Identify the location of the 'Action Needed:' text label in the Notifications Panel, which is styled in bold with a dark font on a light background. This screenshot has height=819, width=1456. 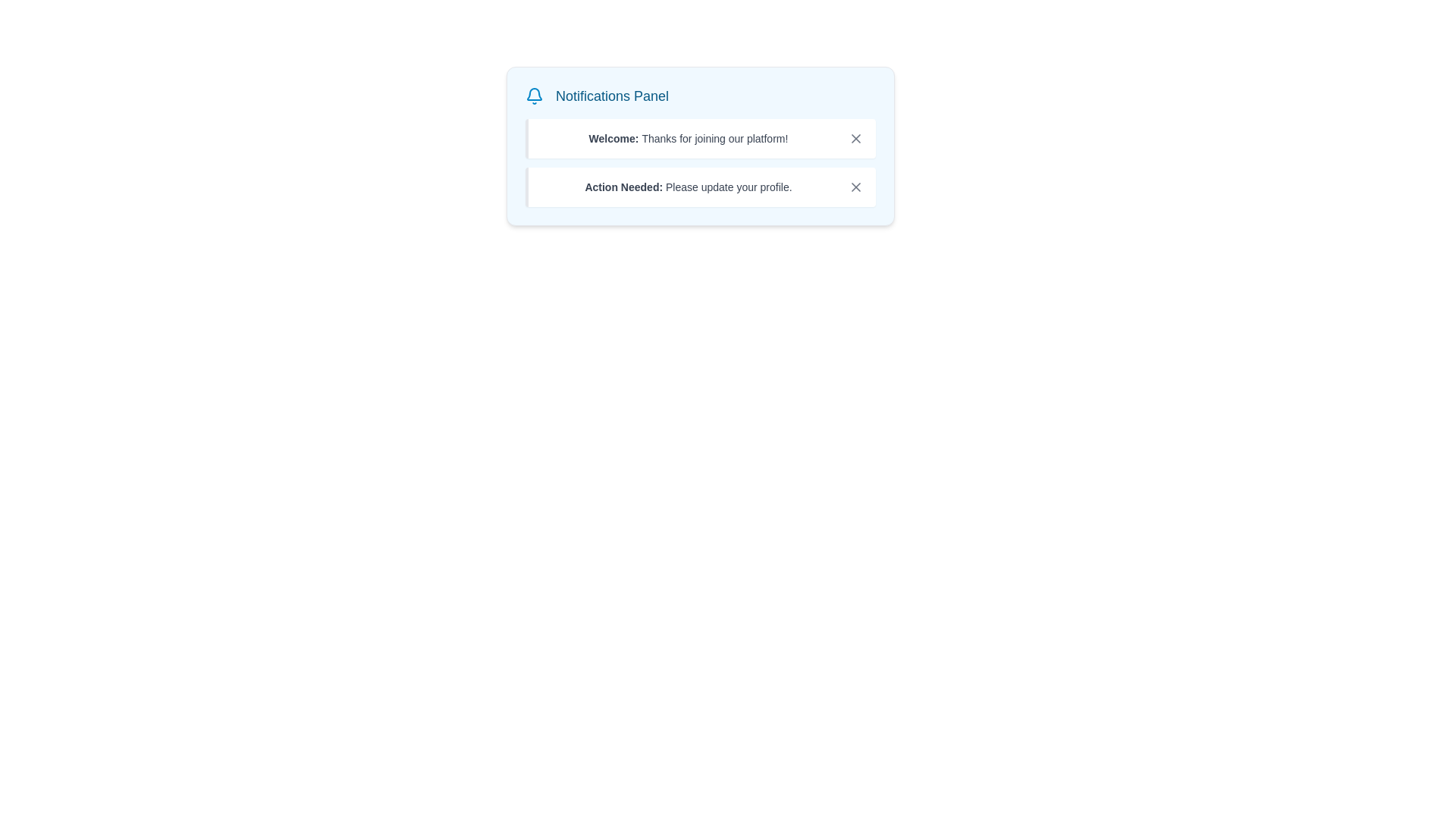
(625, 186).